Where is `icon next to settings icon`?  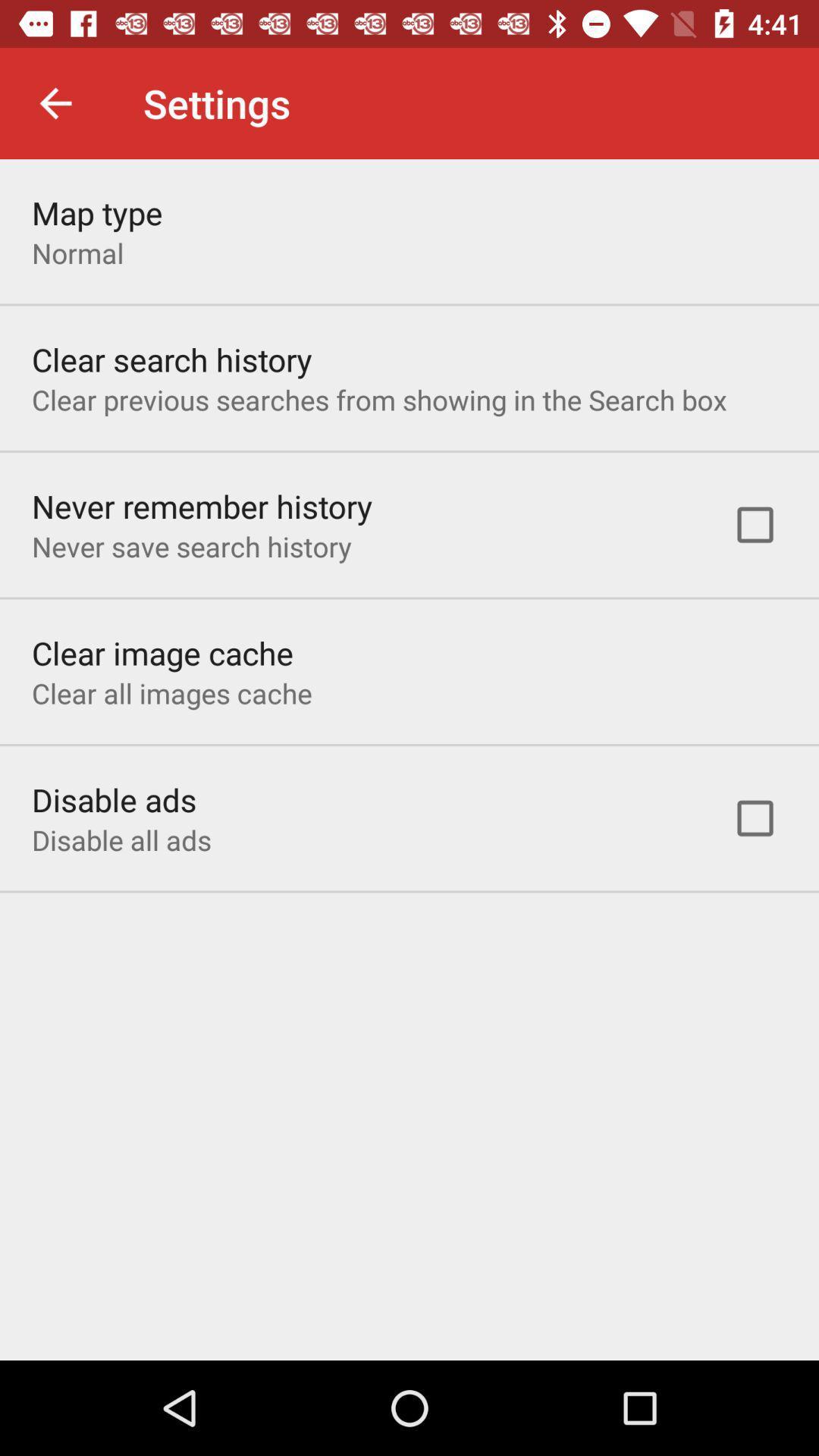 icon next to settings icon is located at coordinates (55, 102).